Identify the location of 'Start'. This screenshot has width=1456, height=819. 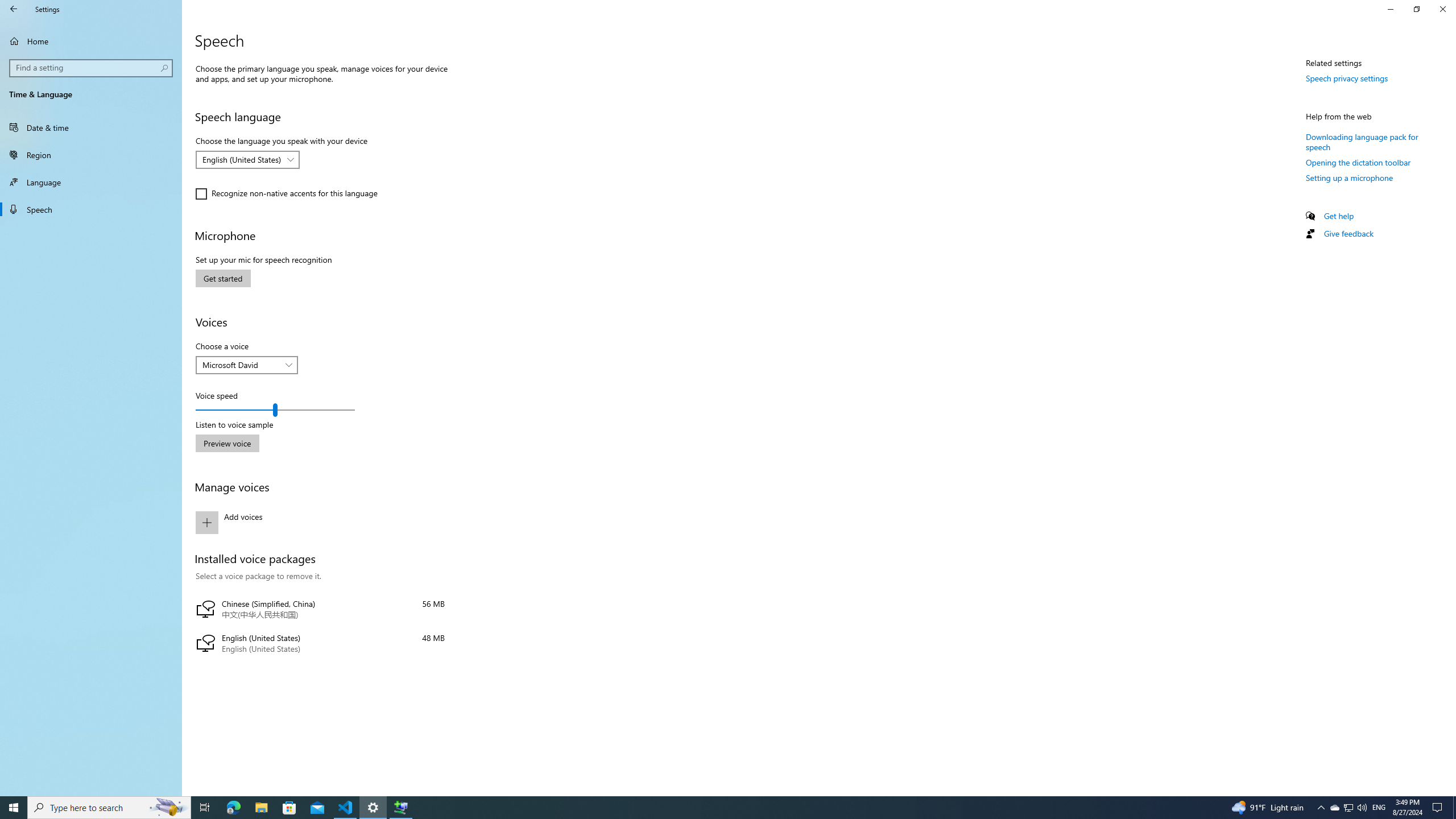
(14, 806).